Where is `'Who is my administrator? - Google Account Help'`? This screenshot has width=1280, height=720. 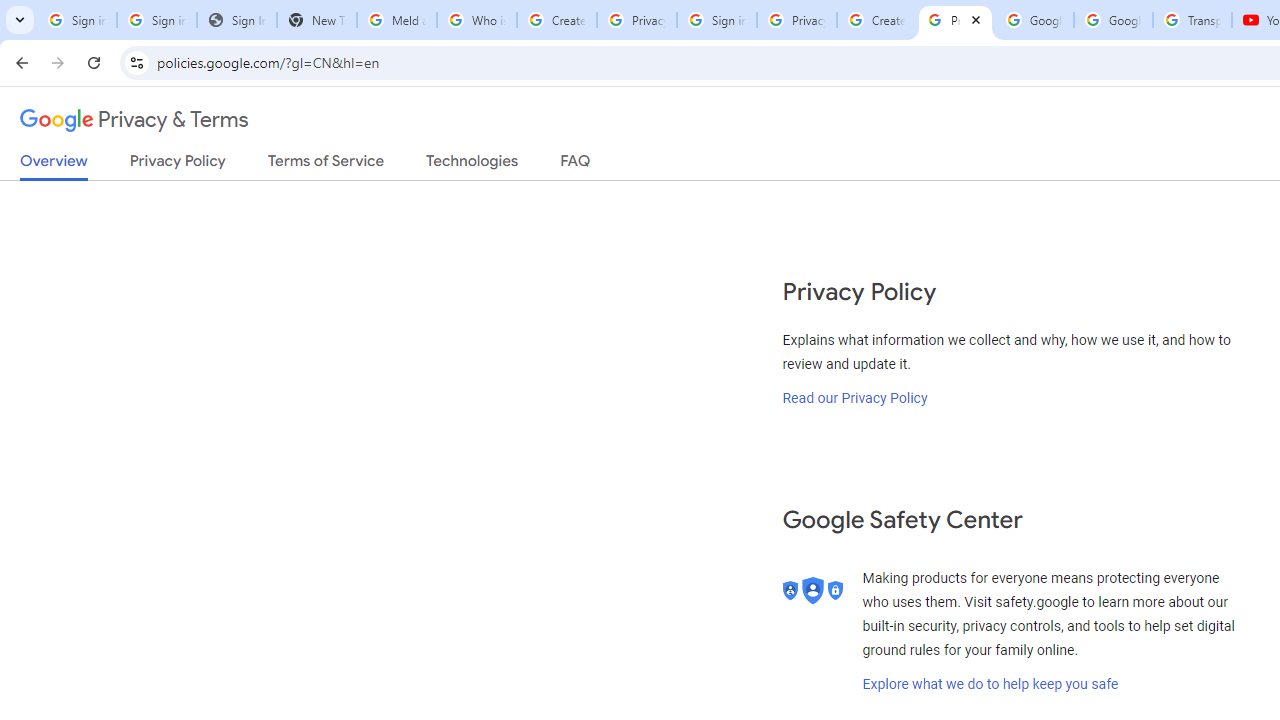 'Who is my administrator? - Google Account Help' is located at coordinates (475, 20).